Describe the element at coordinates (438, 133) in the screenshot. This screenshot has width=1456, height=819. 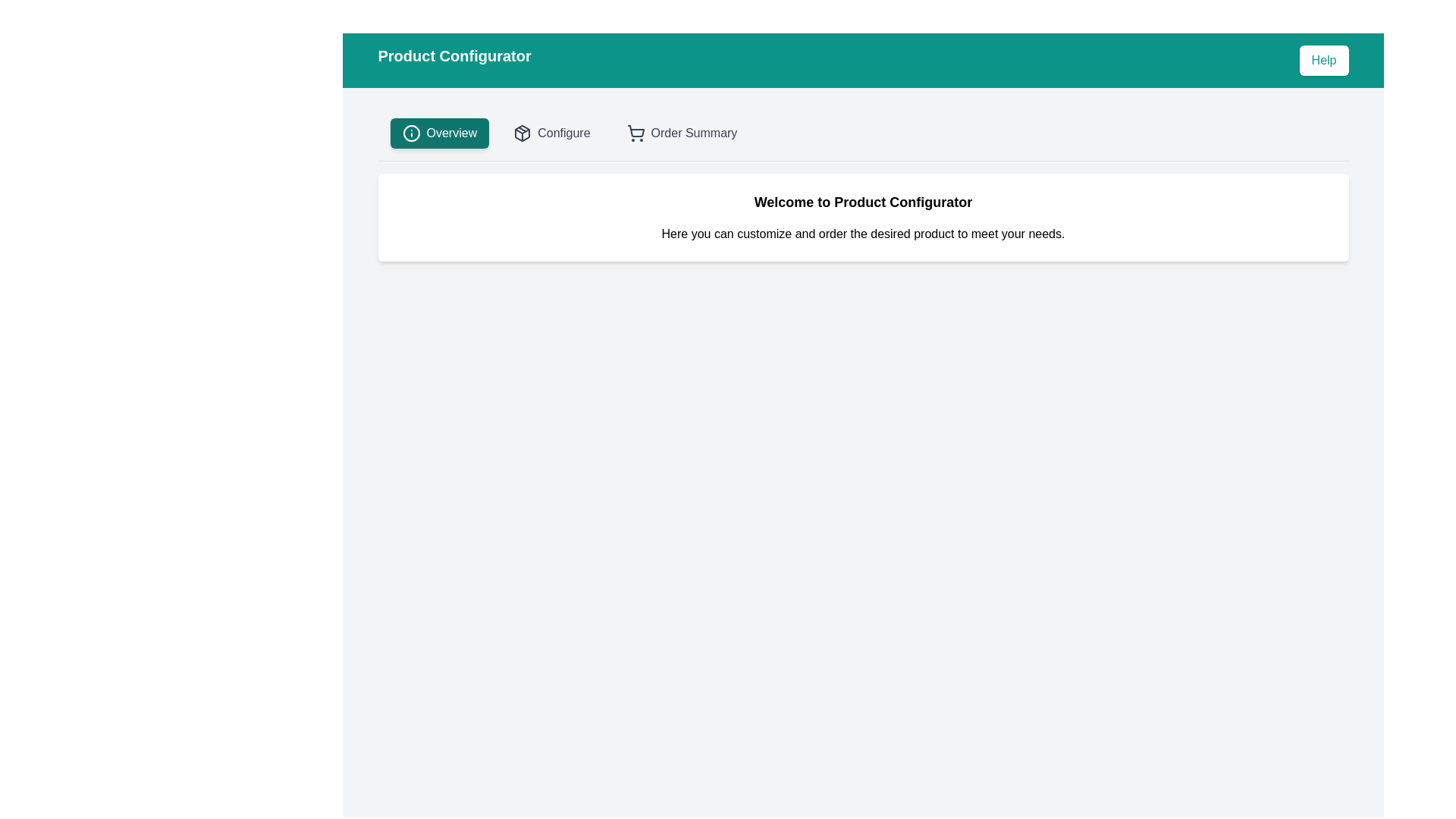
I see `the 'Overview' button located in the middle of the navigation bar, which is the first of three main navigation buttons` at that location.